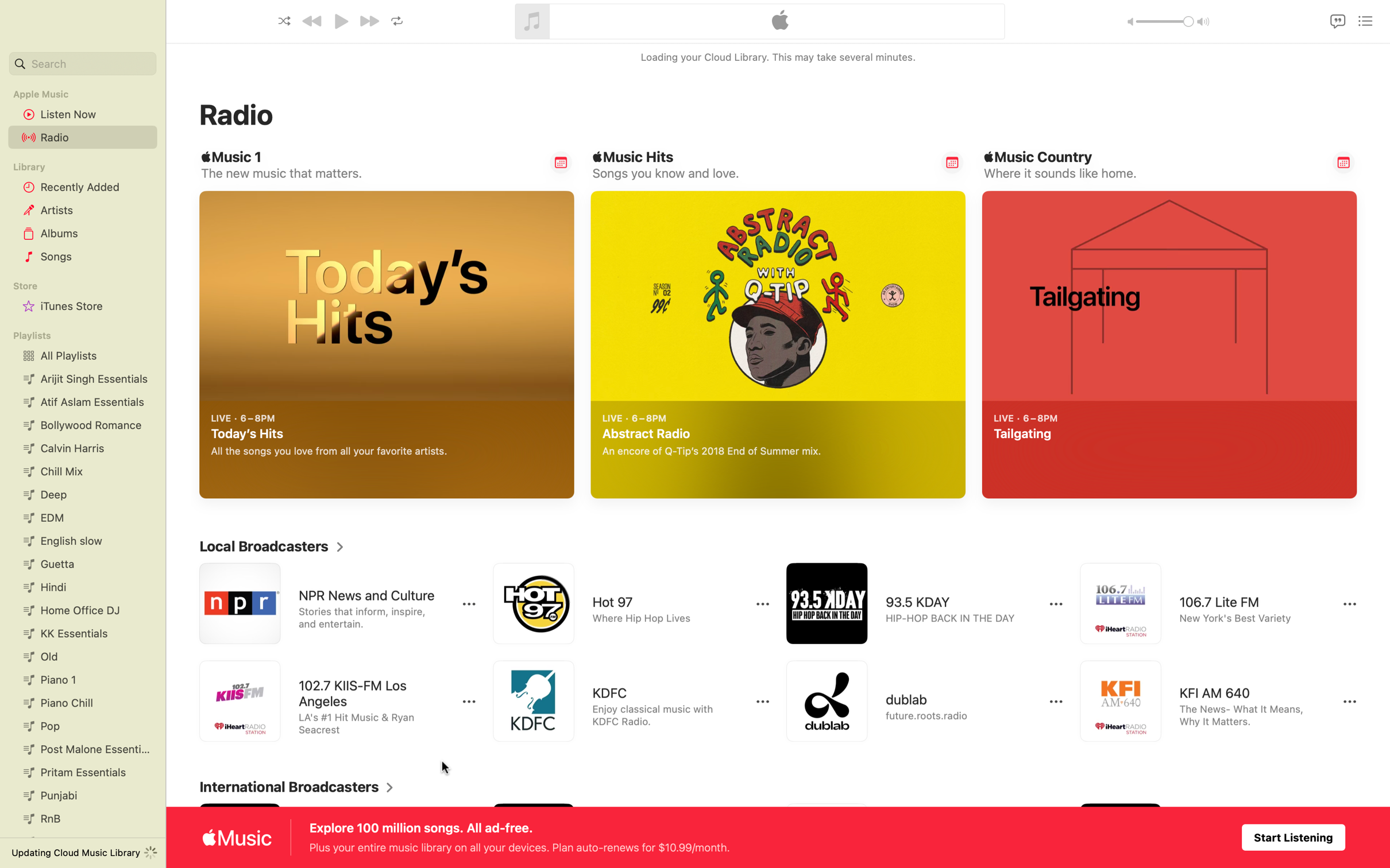 This screenshot has width=1390, height=868. Describe the element at coordinates (325, 702) in the screenshot. I see `Listen to 102.7 Los Angeles` at that location.